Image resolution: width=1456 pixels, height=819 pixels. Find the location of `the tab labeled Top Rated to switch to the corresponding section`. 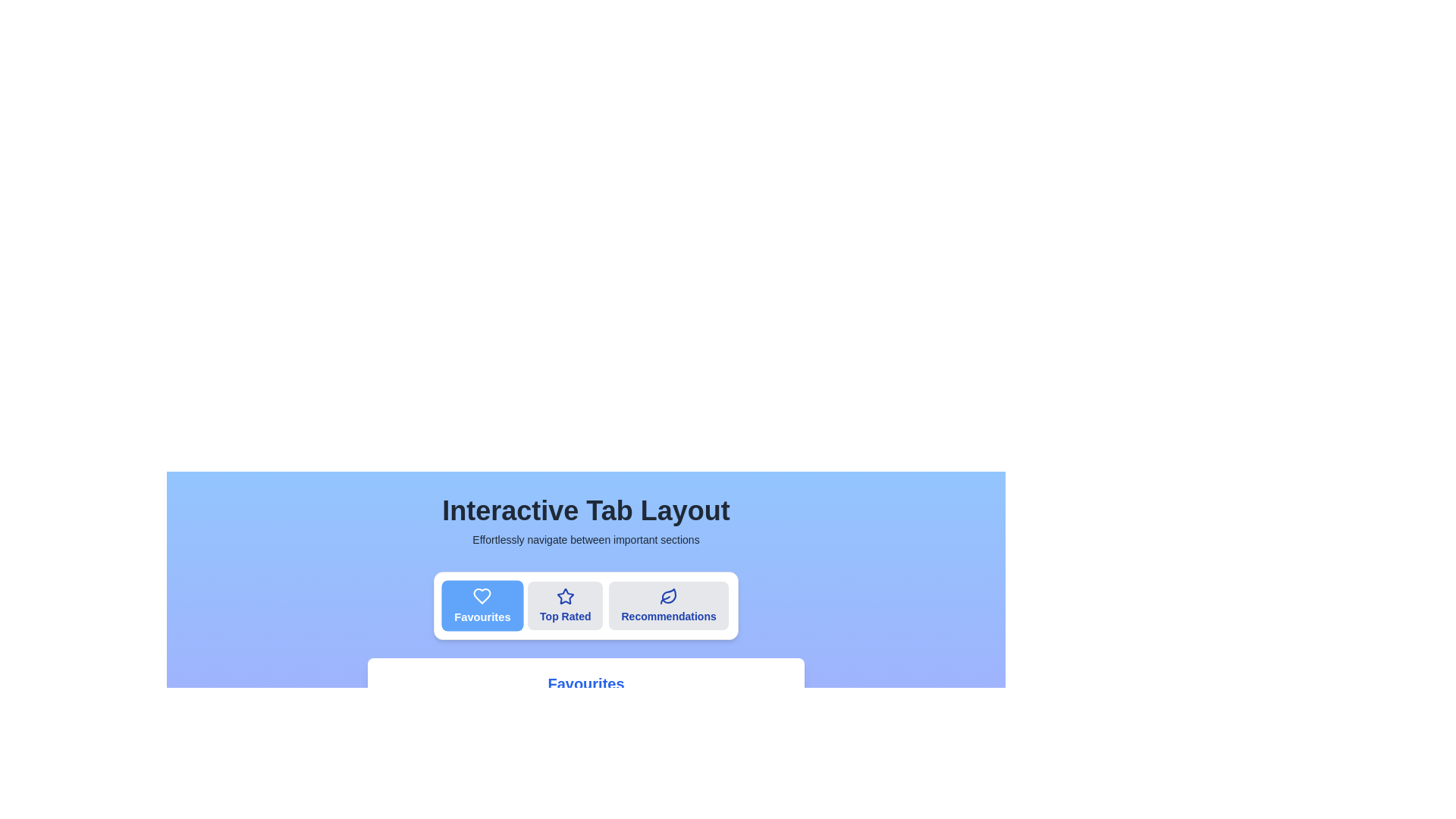

the tab labeled Top Rated to switch to the corresponding section is located at coordinates (564, 604).